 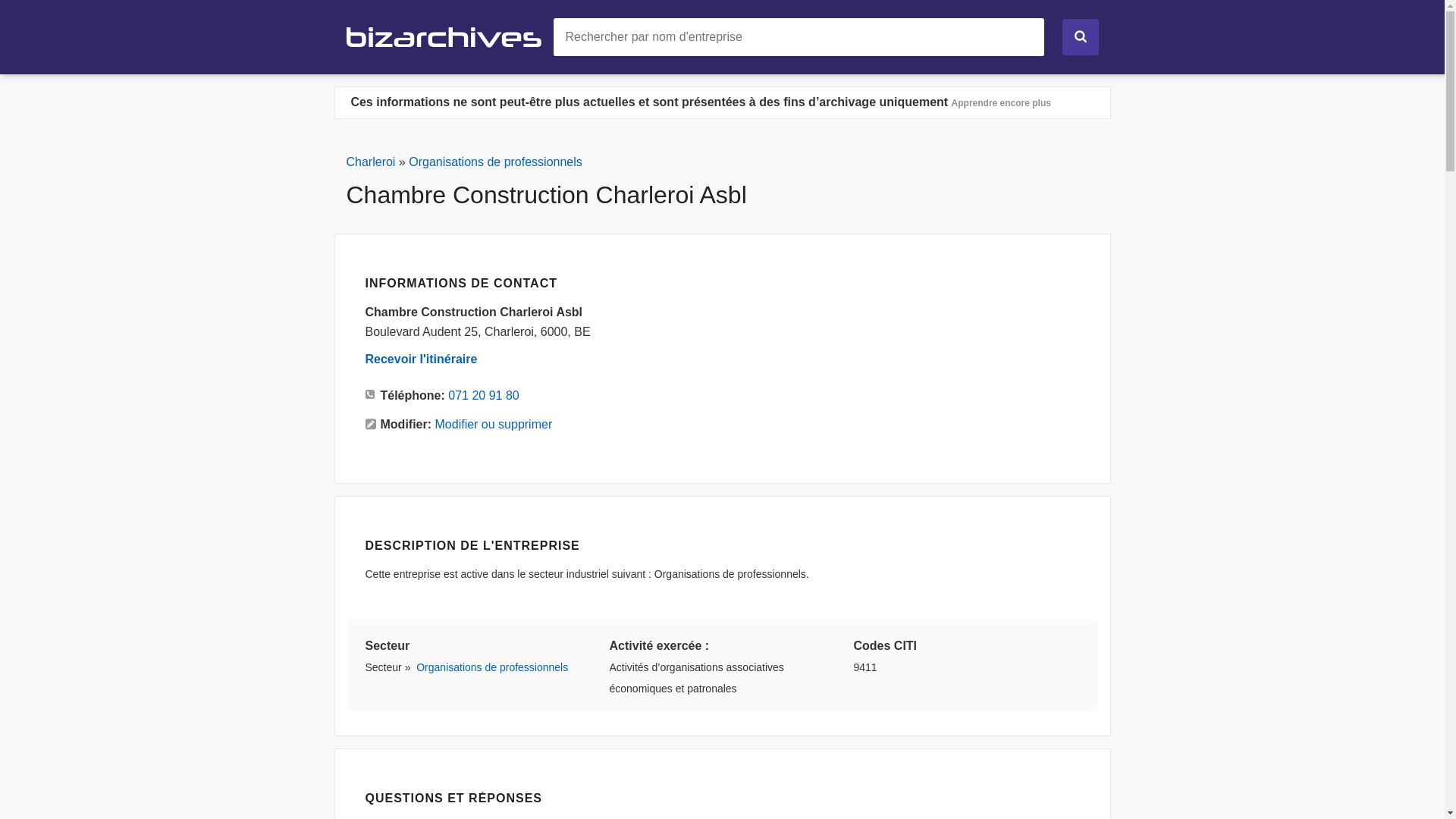 What do you see at coordinates (1001, 102) in the screenshot?
I see `'Apprendre encore plus'` at bounding box center [1001, 102].